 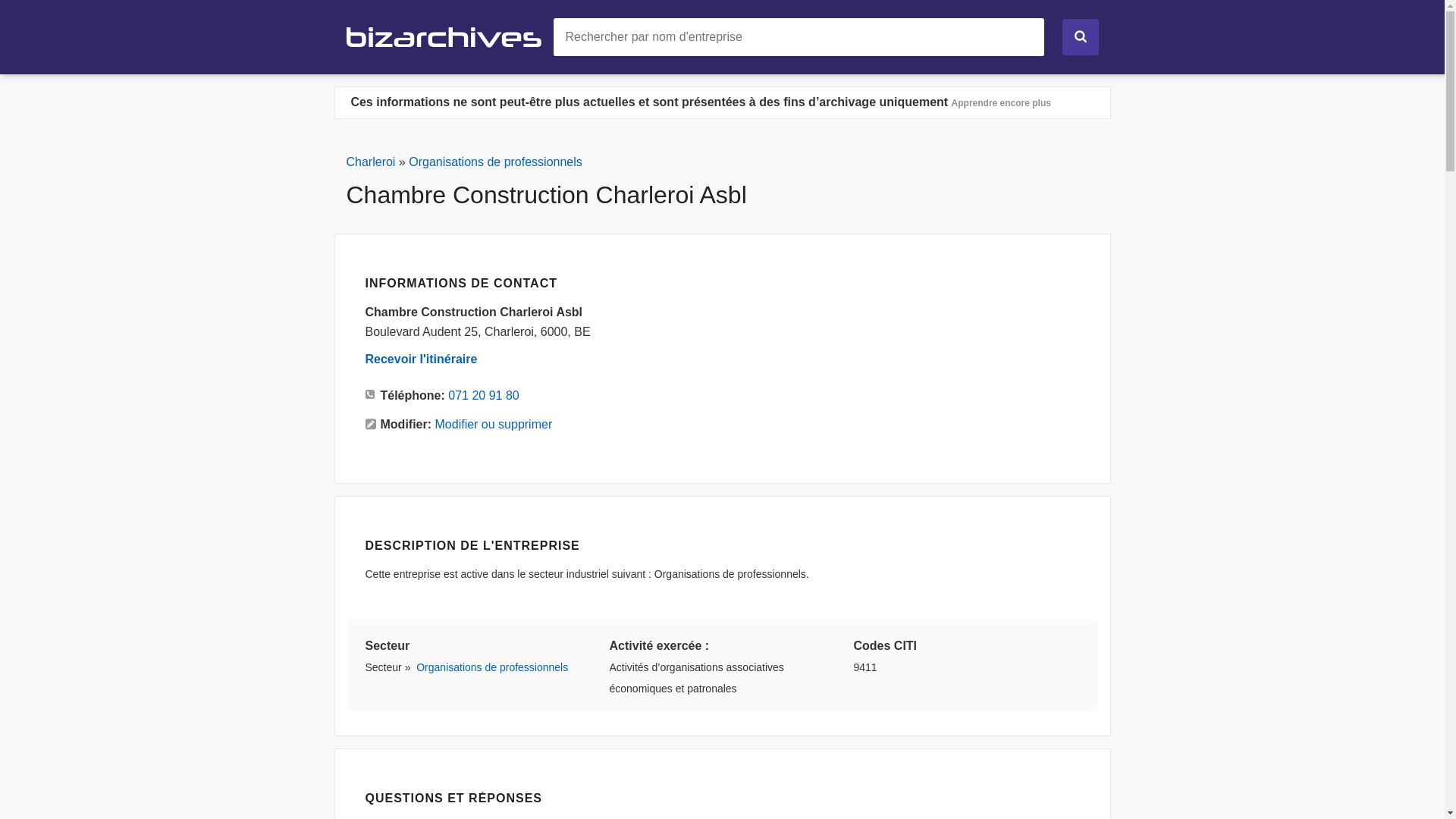 What do you see at coordinates (1001, 102) in the screenshot?
I see `'Apprendre encore plus'` at bounding box center [1001, 102].